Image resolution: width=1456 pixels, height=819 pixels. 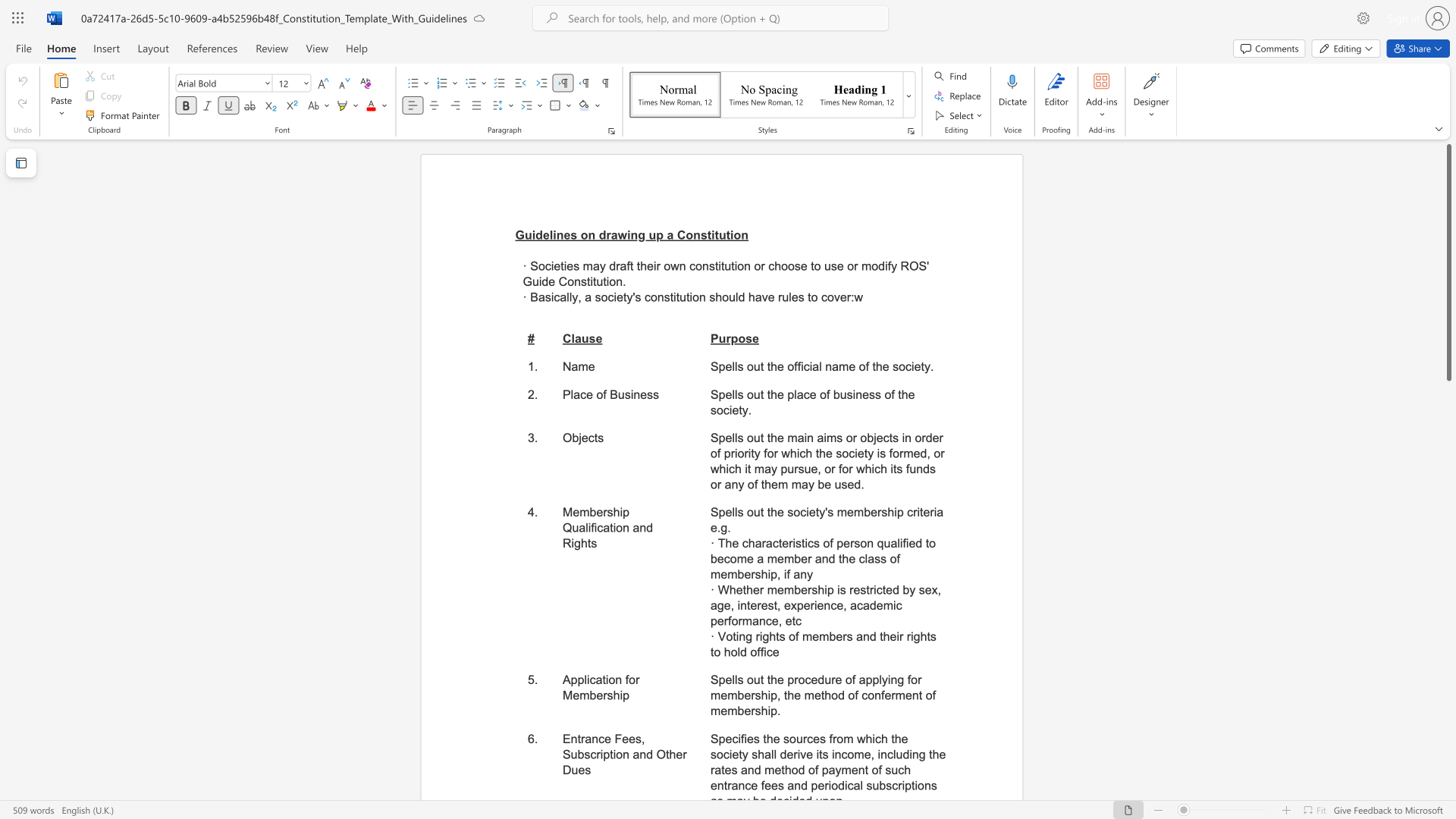 I want to click on the subset text "ide Constitution." within the text "ROS", so click(x=538, y=281).